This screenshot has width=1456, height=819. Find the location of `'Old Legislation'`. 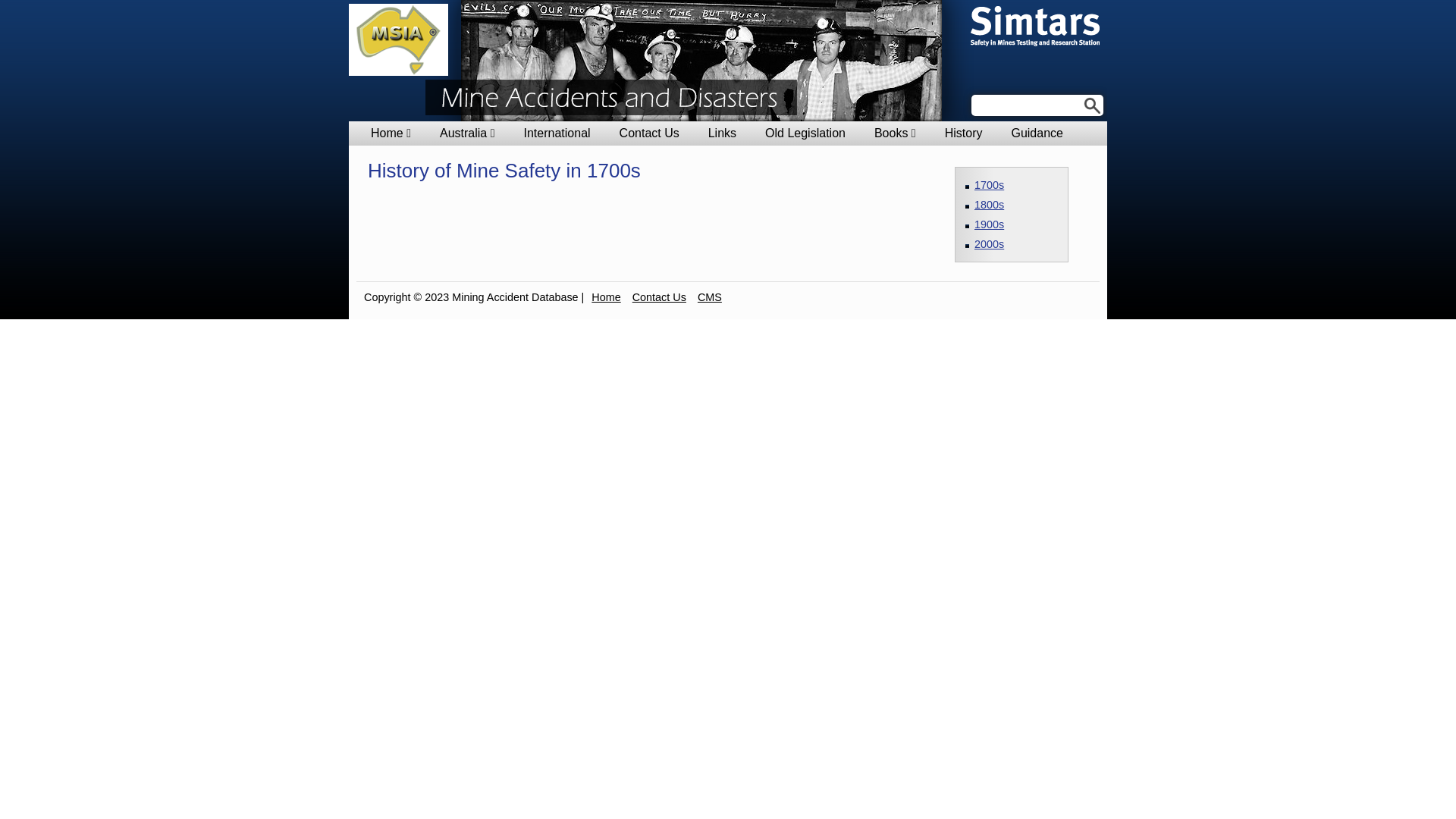

'Old Legislation' is located at coordinates (804, 133).